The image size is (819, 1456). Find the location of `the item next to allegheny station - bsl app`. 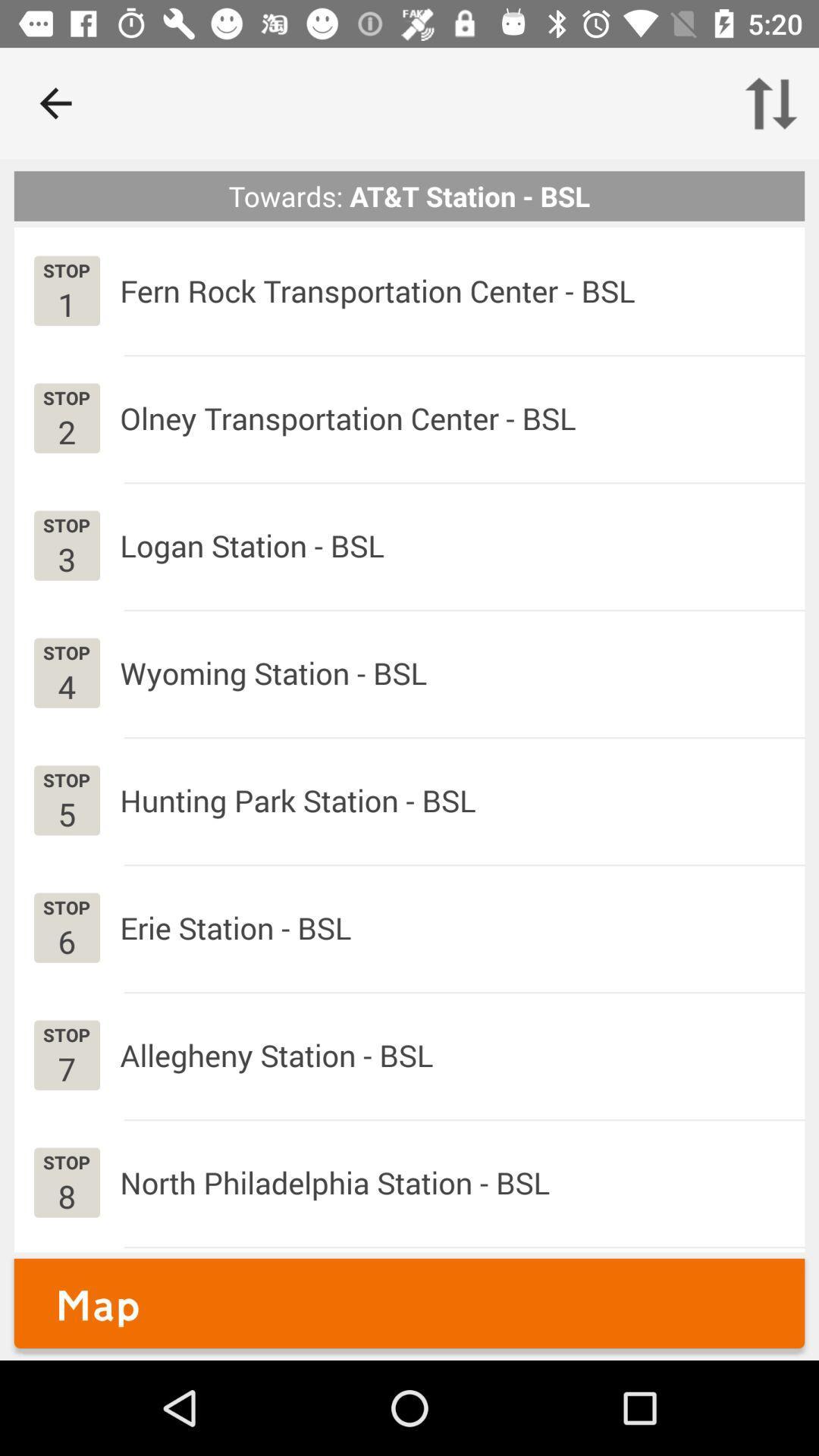

the item next to allegheny station - bsl app is located at coordinates (66, 1068).